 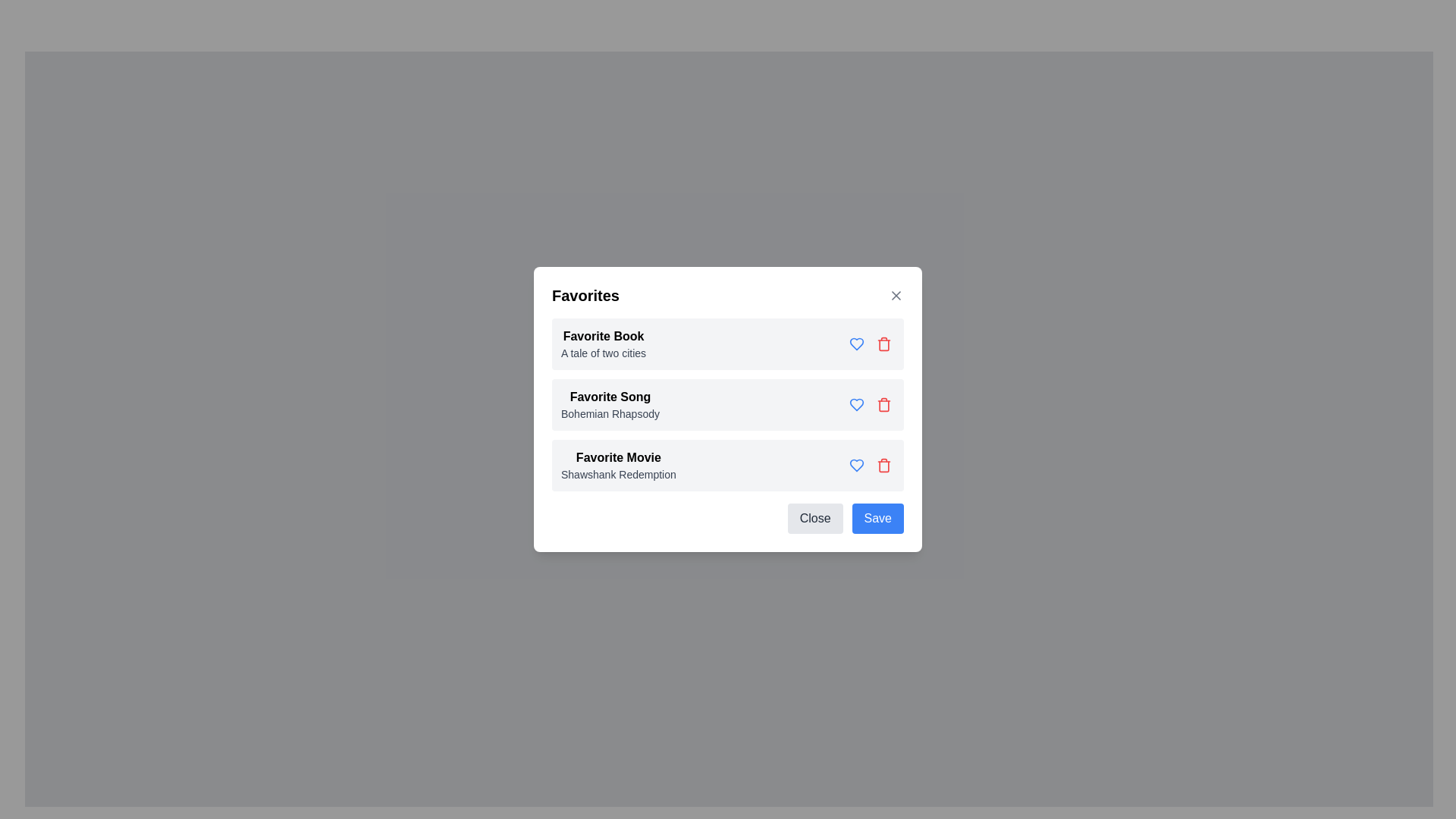 What do you see at coordinates (884, 464) in the screenshot?
I see `the red trash icon button for delete action, which is the second interactive component on the right side of the 'Favorite Movie' row in the modal` at bounding box center [884, 464].